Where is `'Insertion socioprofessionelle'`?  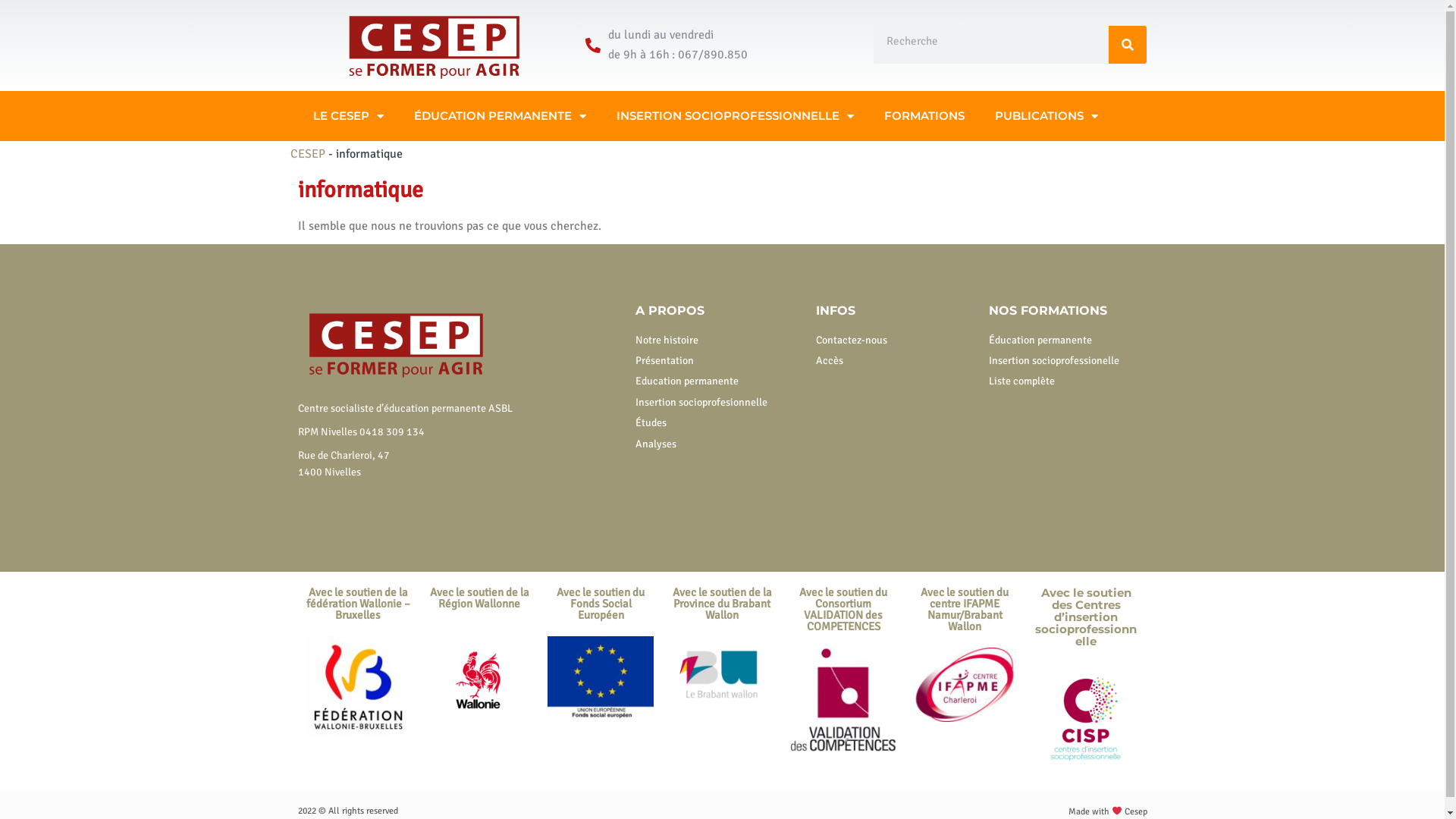
'Insertion socioprofessionelle' is located at coordinates (989, 360).